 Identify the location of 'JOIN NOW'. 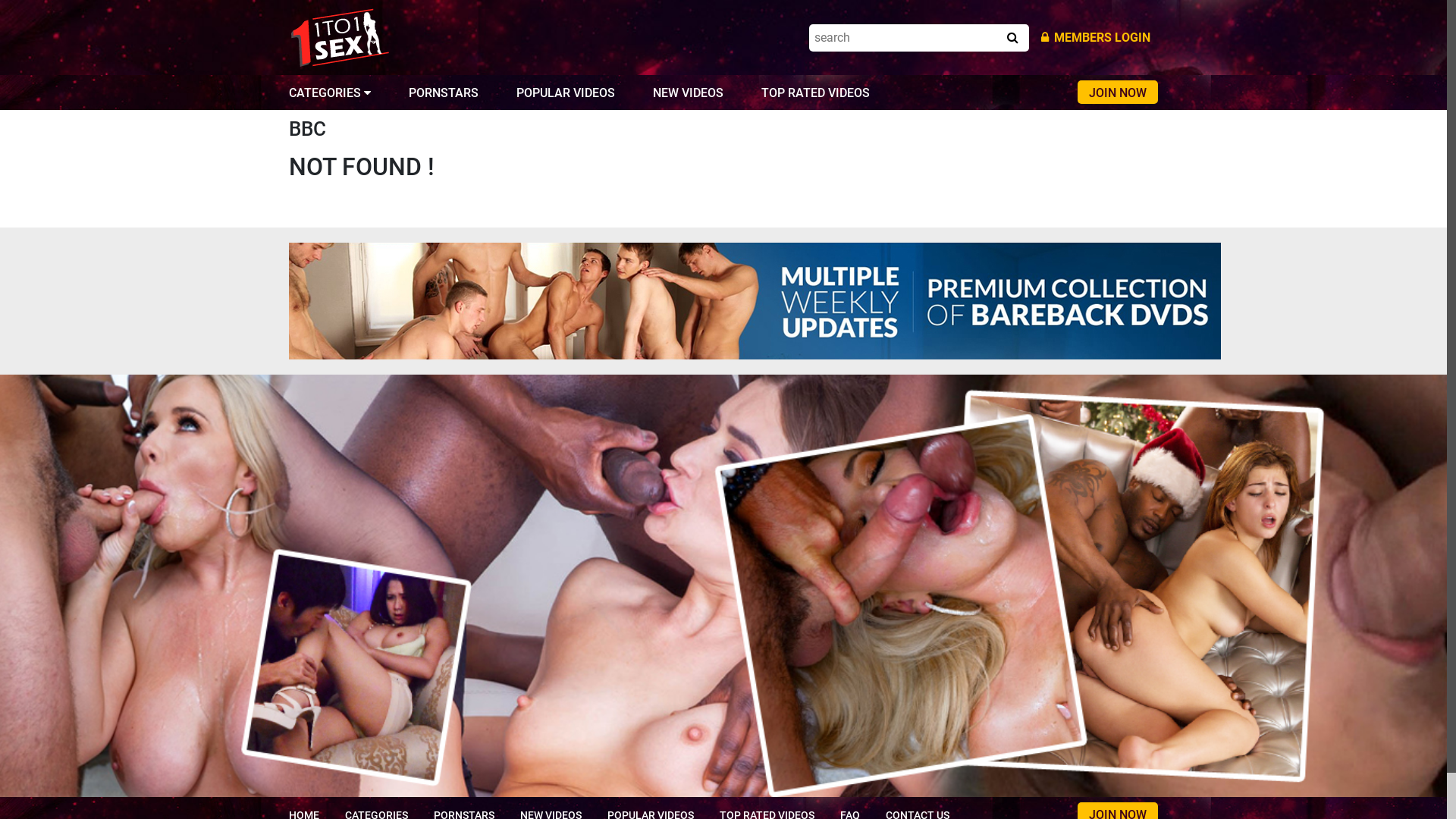
(1117, 92).